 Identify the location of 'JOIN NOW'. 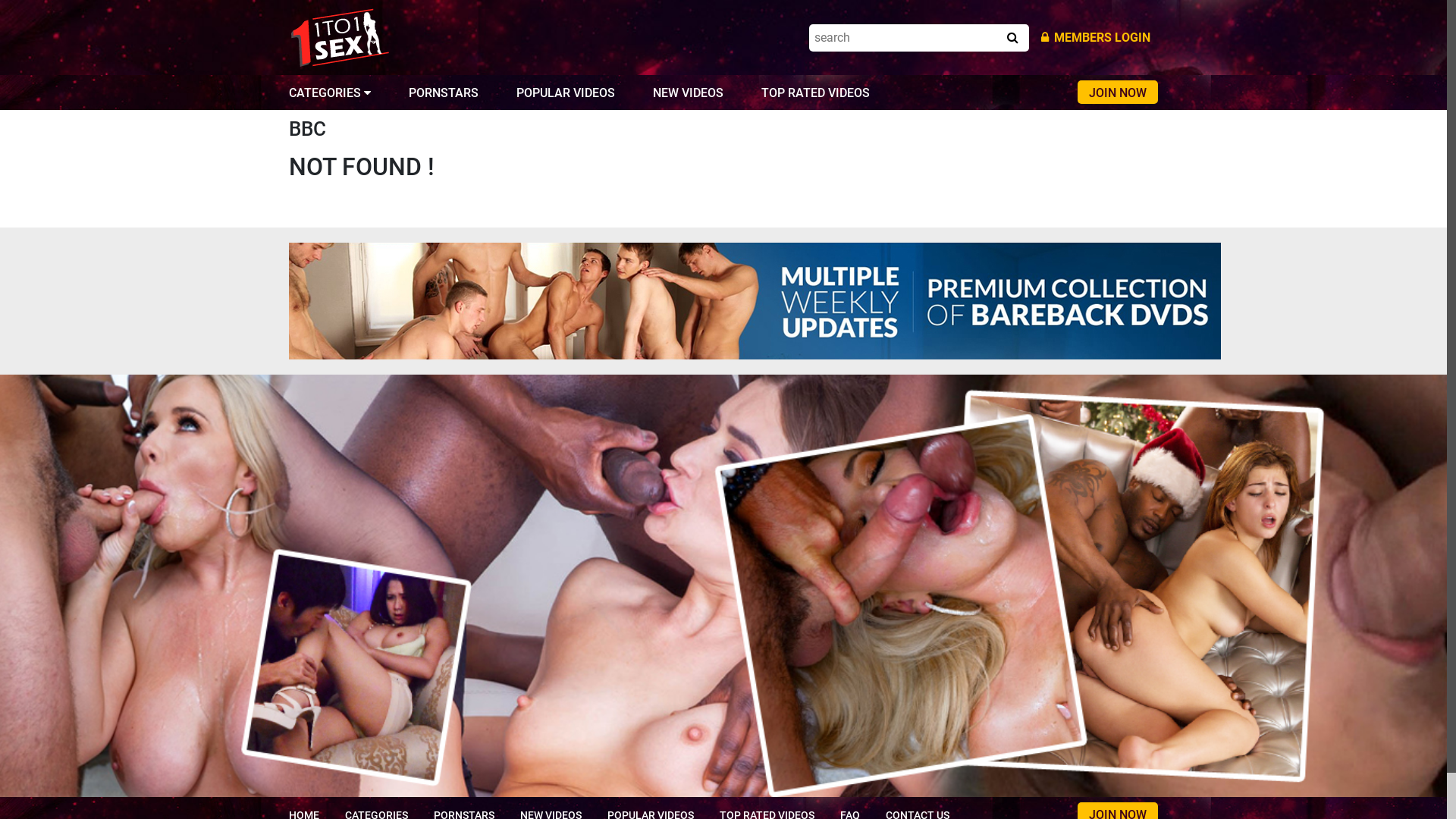
(1117, 92).